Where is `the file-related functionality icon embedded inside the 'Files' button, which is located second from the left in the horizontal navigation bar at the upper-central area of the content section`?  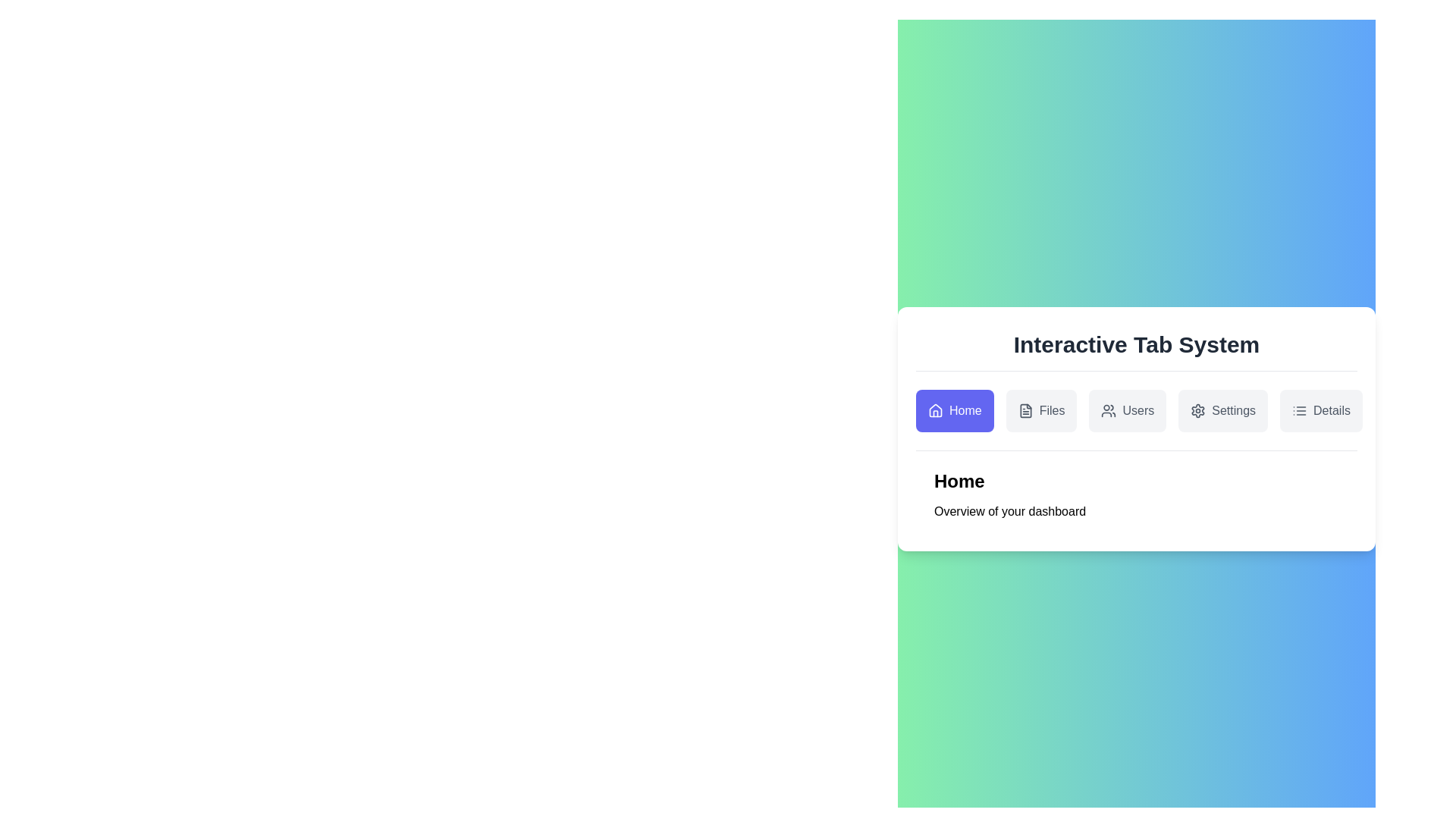 the file-related functionality icon embedded inside the 'Files' button, which is located second from the left in the horizontal navigation bar at the upper-central area of the content section is located at coordinates (1025, 411).